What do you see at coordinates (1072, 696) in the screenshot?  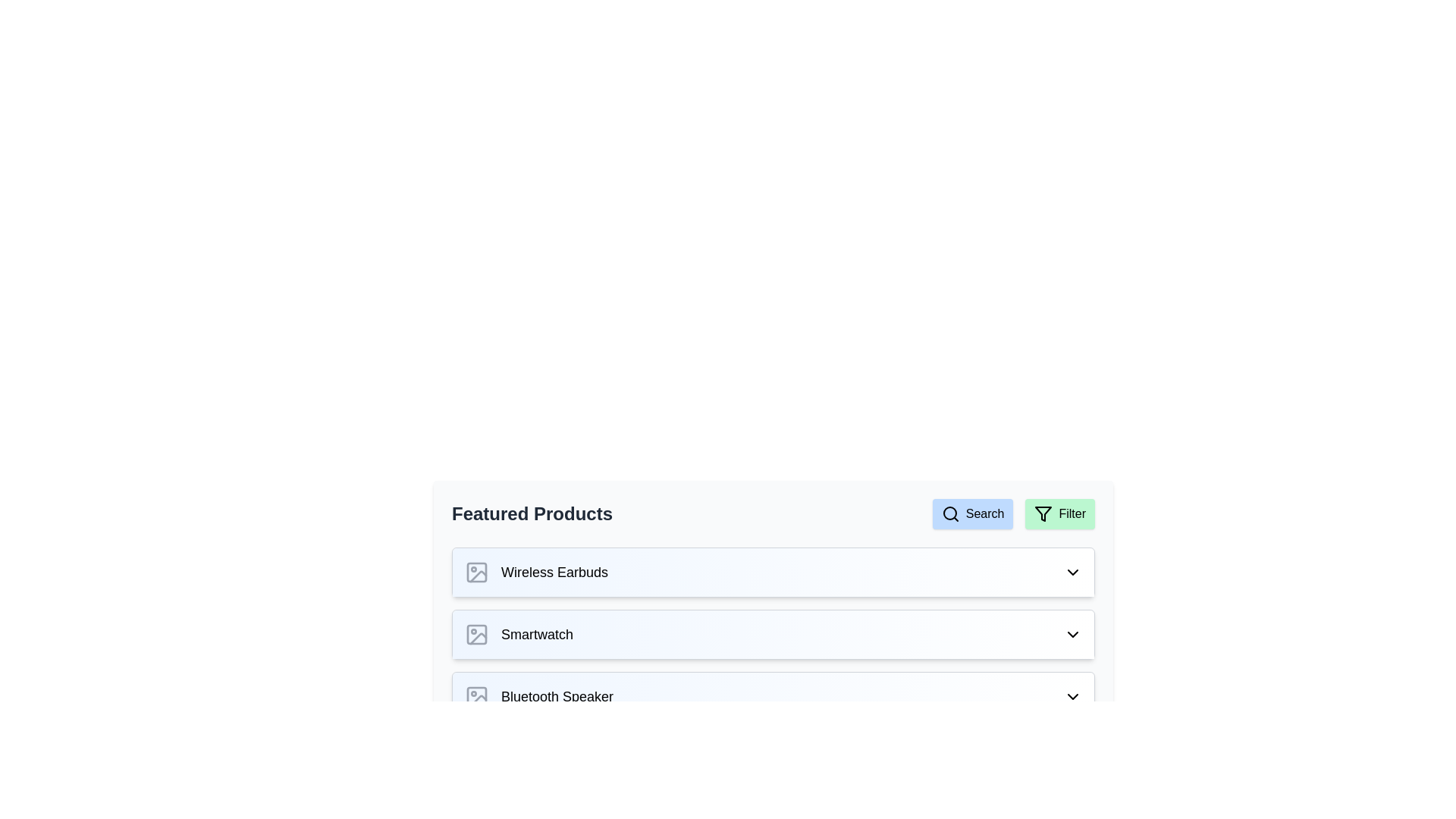 I see `the downward-pointing chevron icon located on the right-hand side of the 'Bluetooth Speaker' label` at bounding box center [1072, 696].